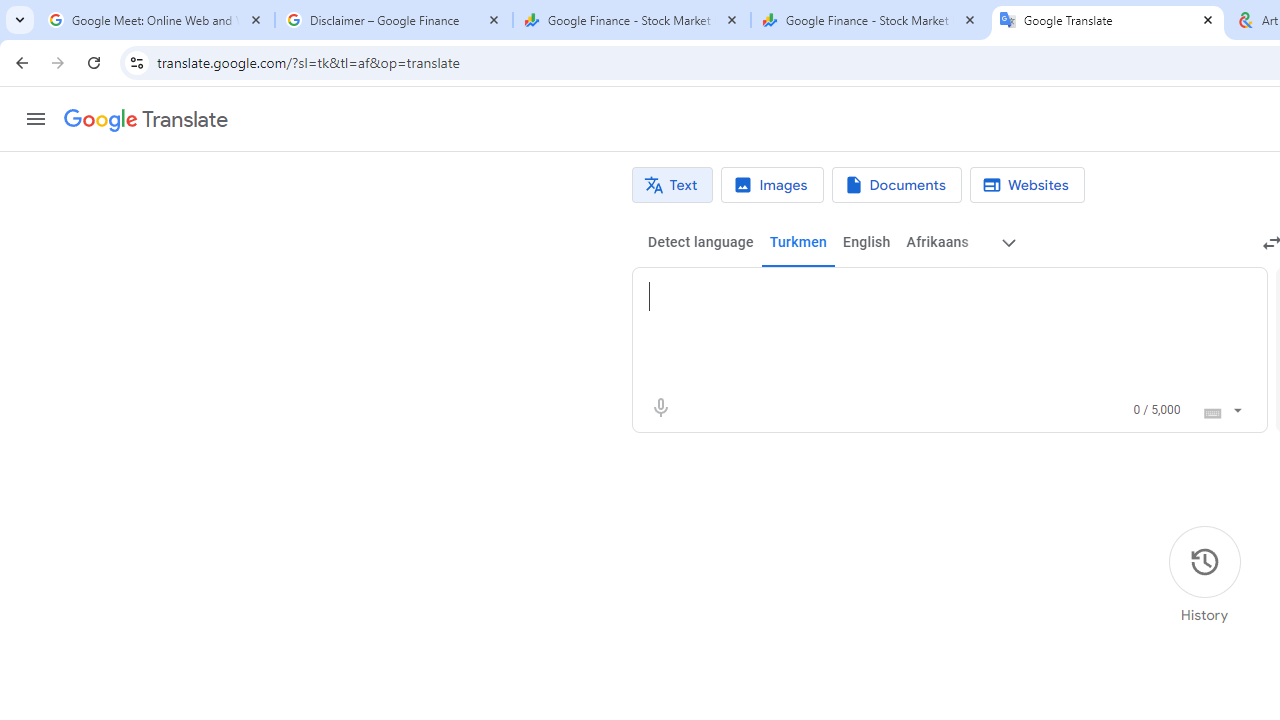 This screenshot has width=1280, height=720. I want to click on '0 of 5,000 characters used', so click(1157, 409).